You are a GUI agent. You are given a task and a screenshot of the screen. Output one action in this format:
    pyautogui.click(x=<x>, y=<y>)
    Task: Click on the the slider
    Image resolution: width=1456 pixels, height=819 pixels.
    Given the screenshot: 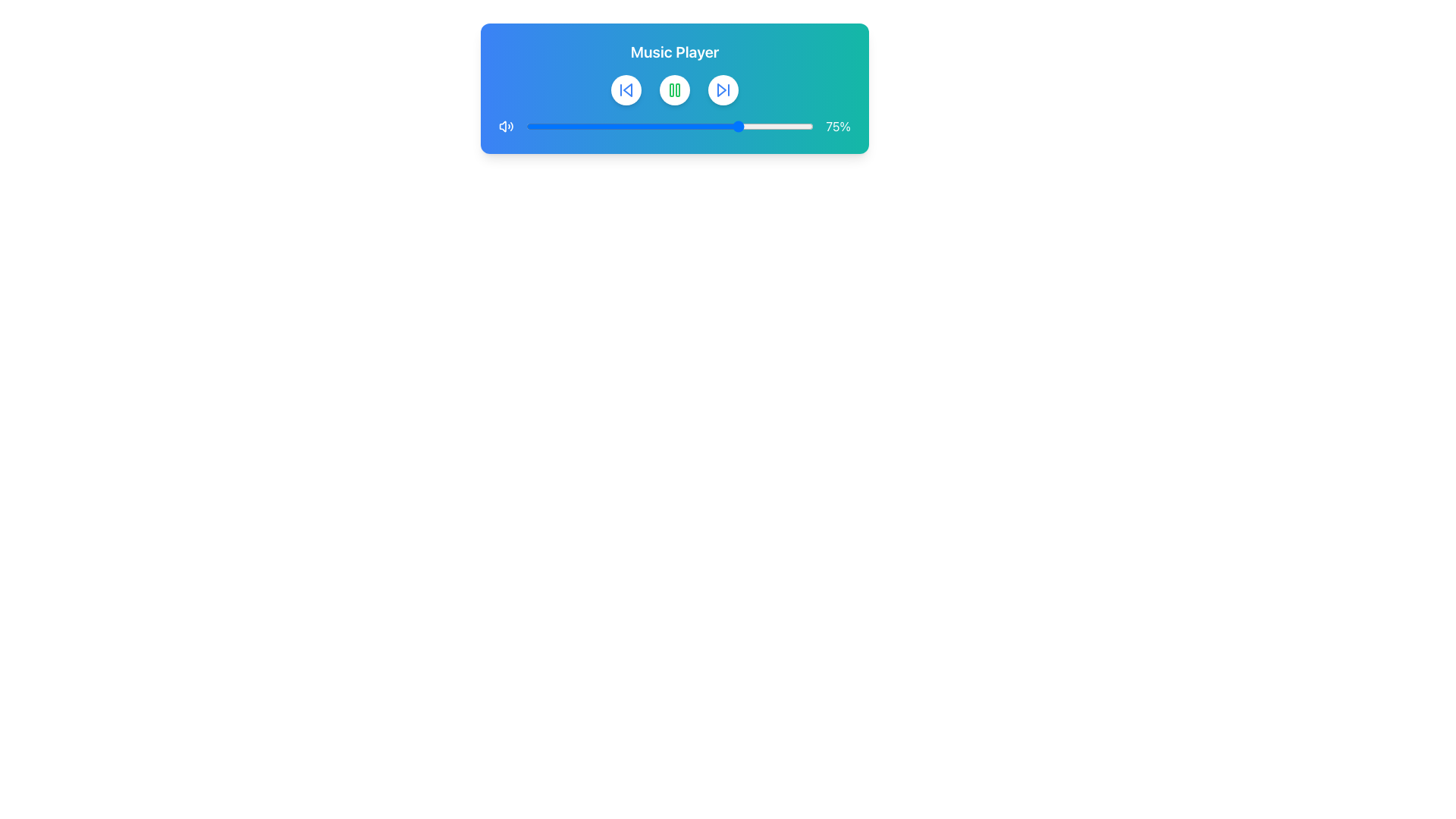 What is the action you would take?
    pyautogui.click(x=568, y=125)
    